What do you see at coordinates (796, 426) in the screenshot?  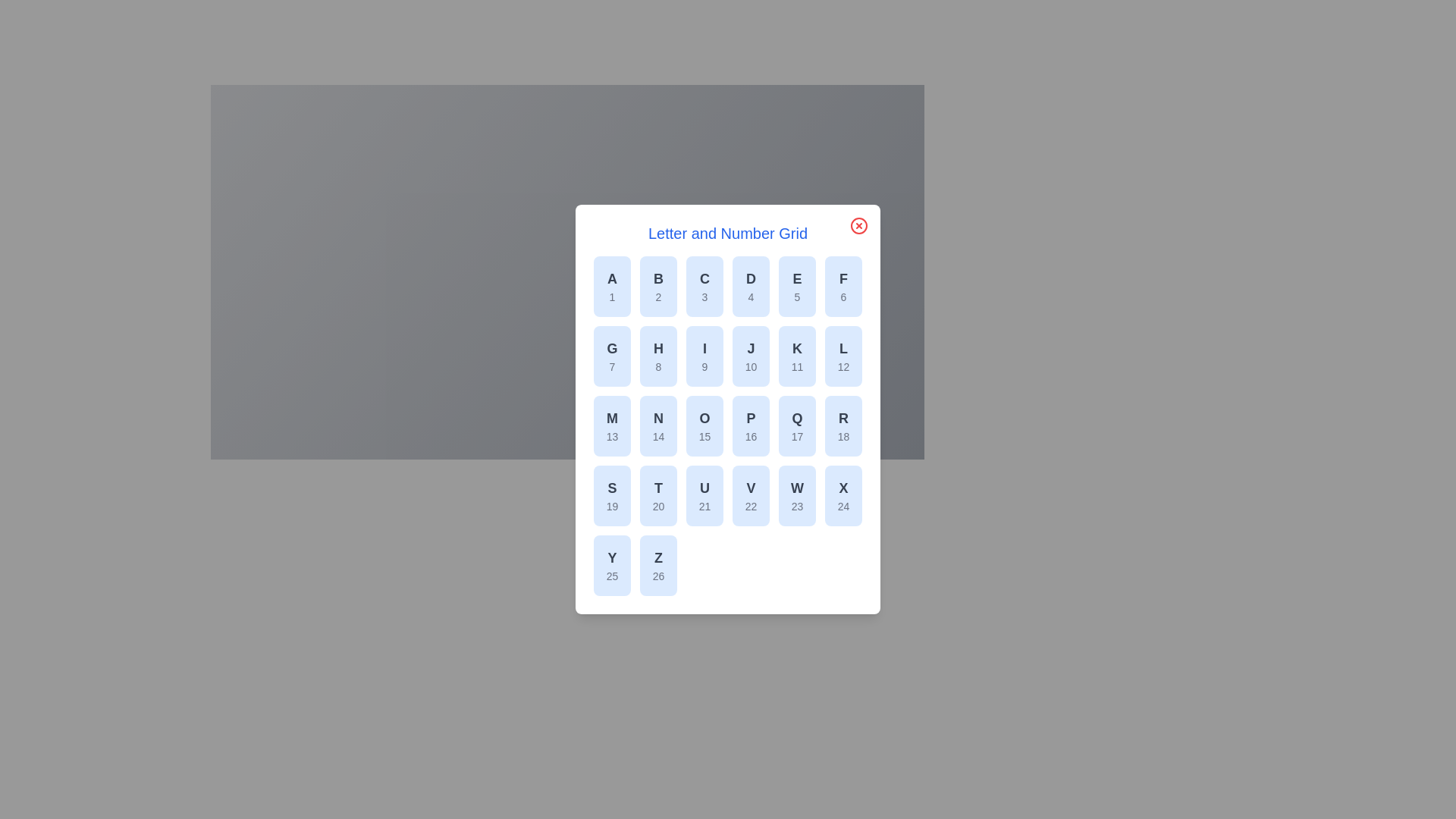 I see `the grid item corresponding to letter Q` at bounding box center [796, 426].